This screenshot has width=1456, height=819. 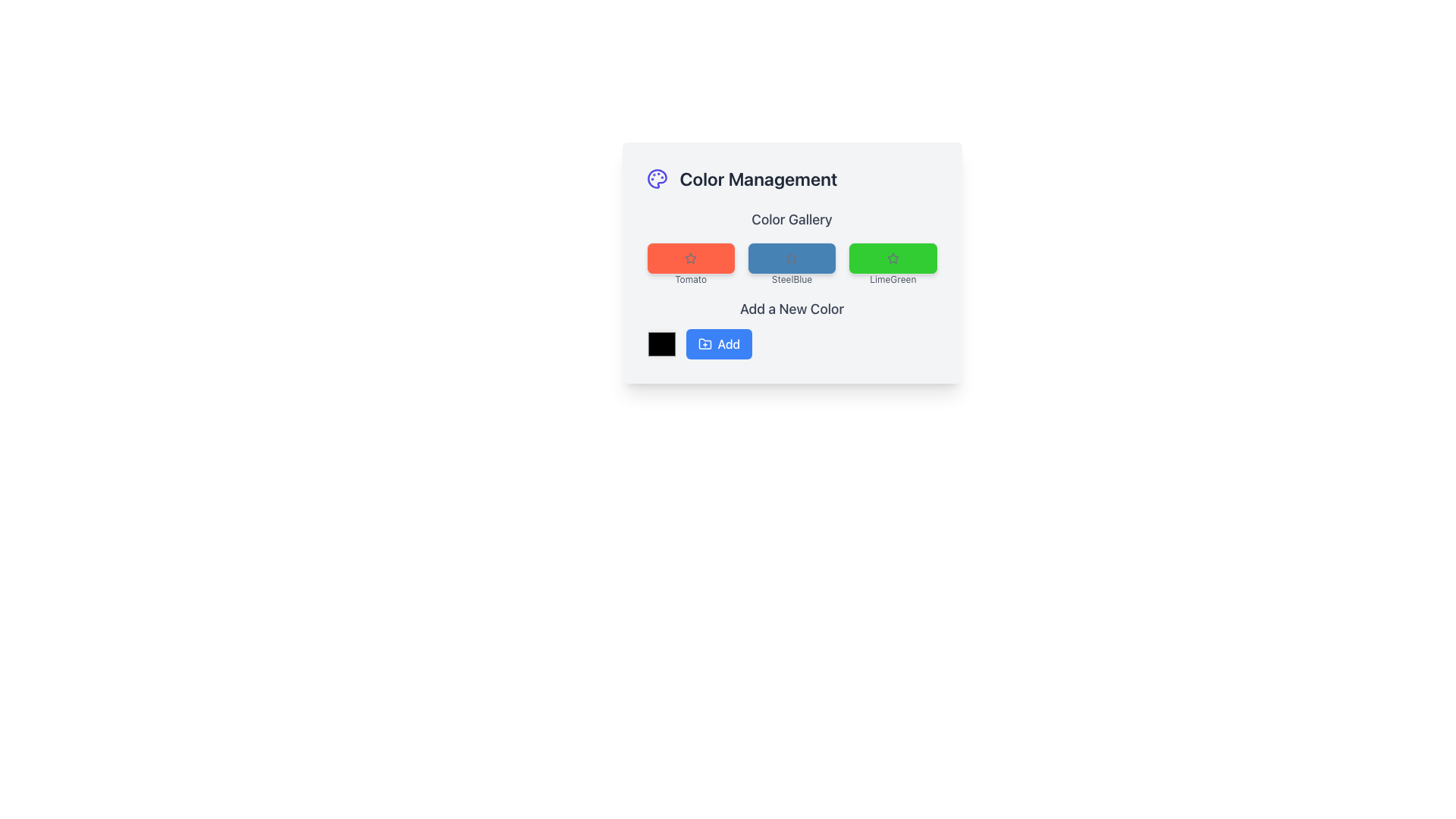 I want to click on text label 'LimeGreen' that is styled in a light gray font and positioned directly beneath the green rectangle in the 'Color Gallery' section, so click(x=893, y=280).